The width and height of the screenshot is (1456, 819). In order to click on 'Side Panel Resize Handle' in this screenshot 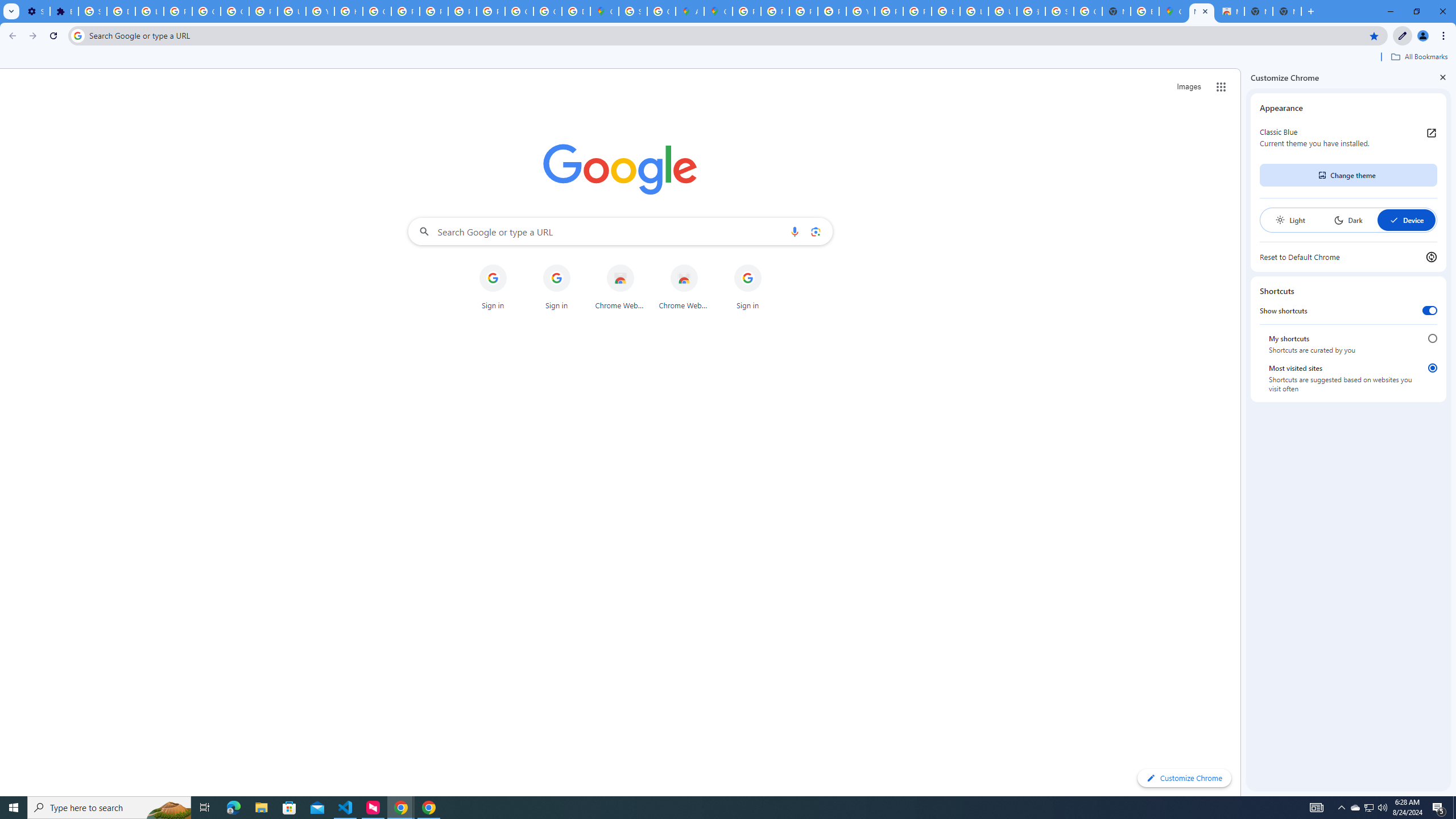, I will do `click(1243, 431)`.